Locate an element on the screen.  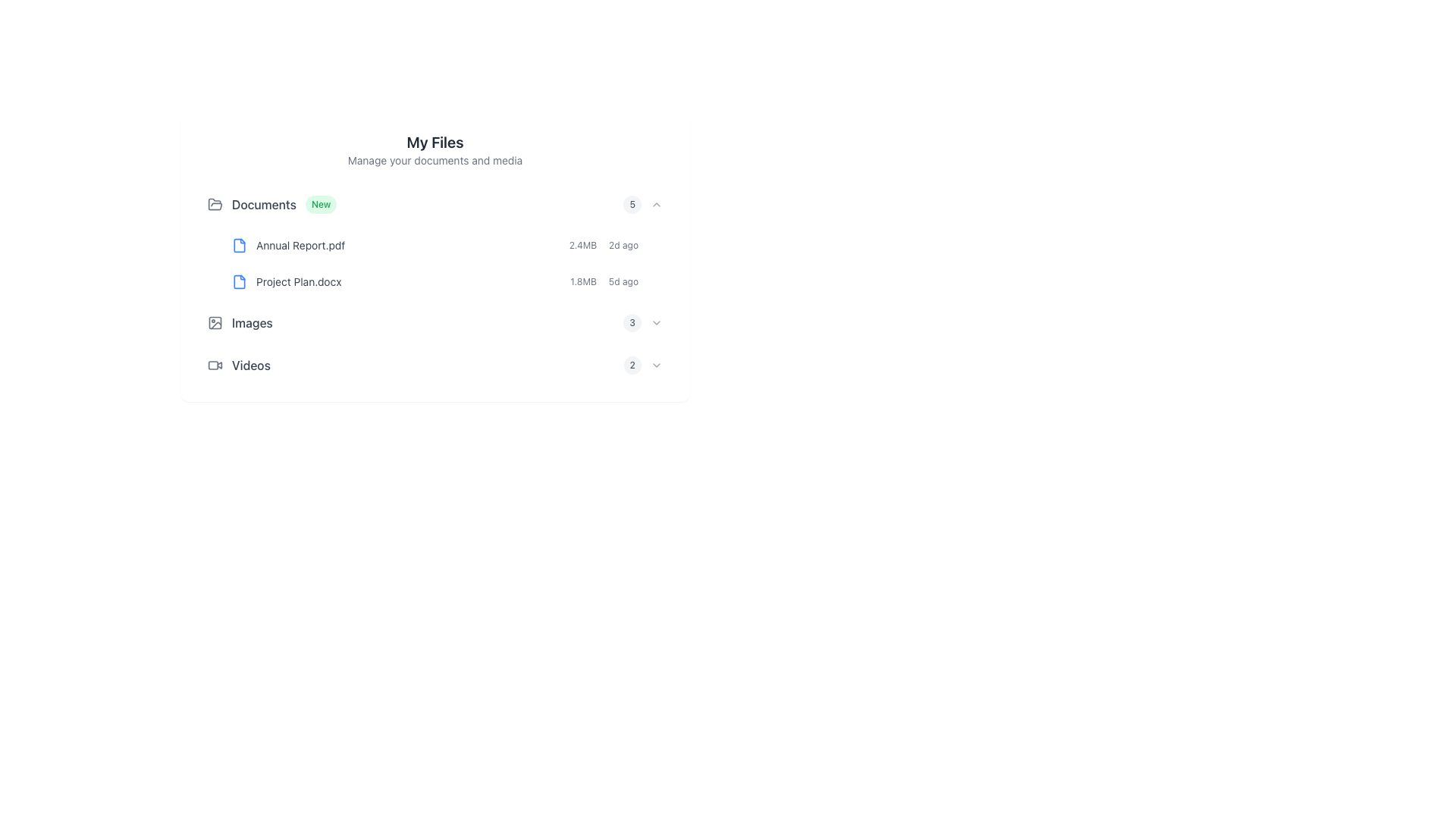
the number displayed on the Badge with dropdown toggle, which indicates the count of items in the 'Images' section, located to the right of the 'Images' section title is located at coordinates (643, 322).